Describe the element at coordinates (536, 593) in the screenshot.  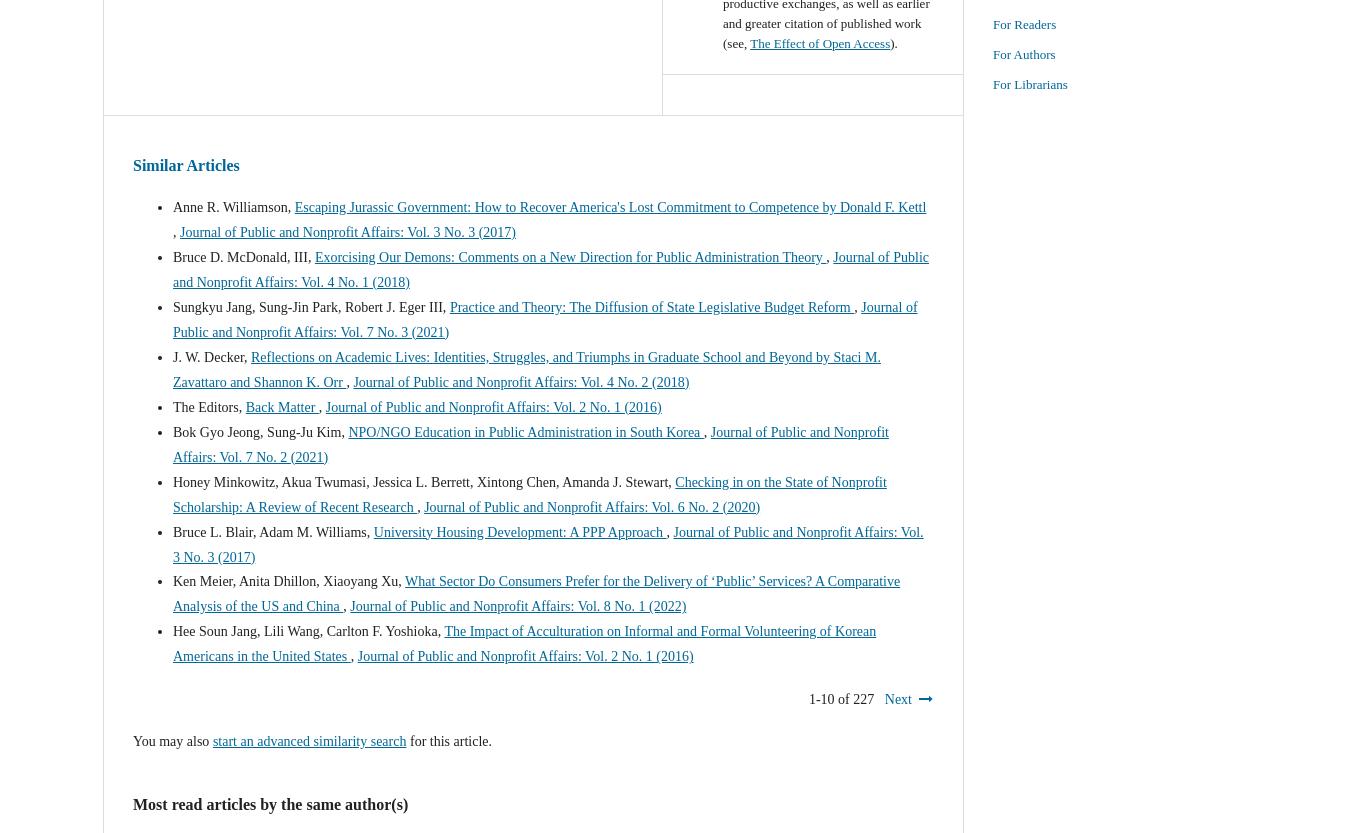
I see `'What Sector Do Consumers Prefer for the Delivery of ‘Public’ Services? A Comparative Analysis of the US and China'` at that location.